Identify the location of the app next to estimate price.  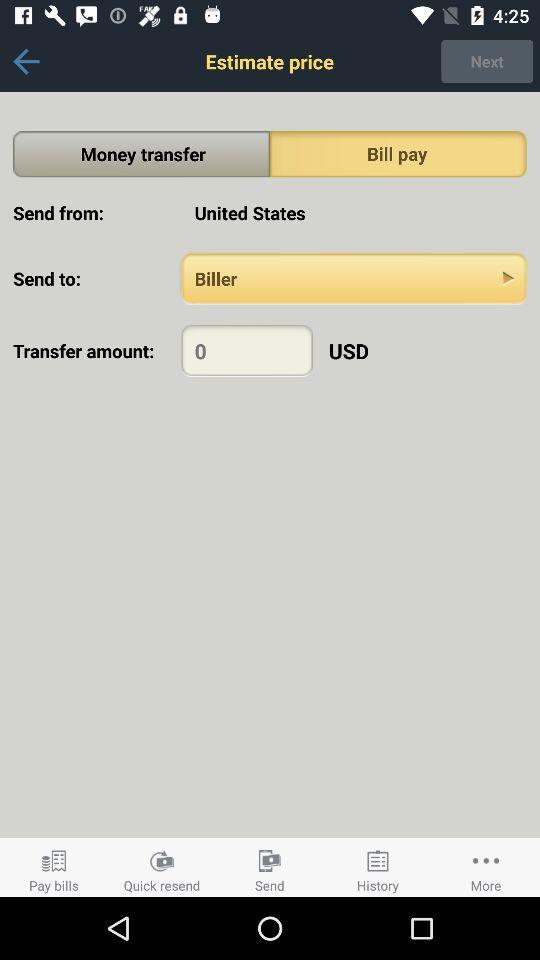
(486, 61).